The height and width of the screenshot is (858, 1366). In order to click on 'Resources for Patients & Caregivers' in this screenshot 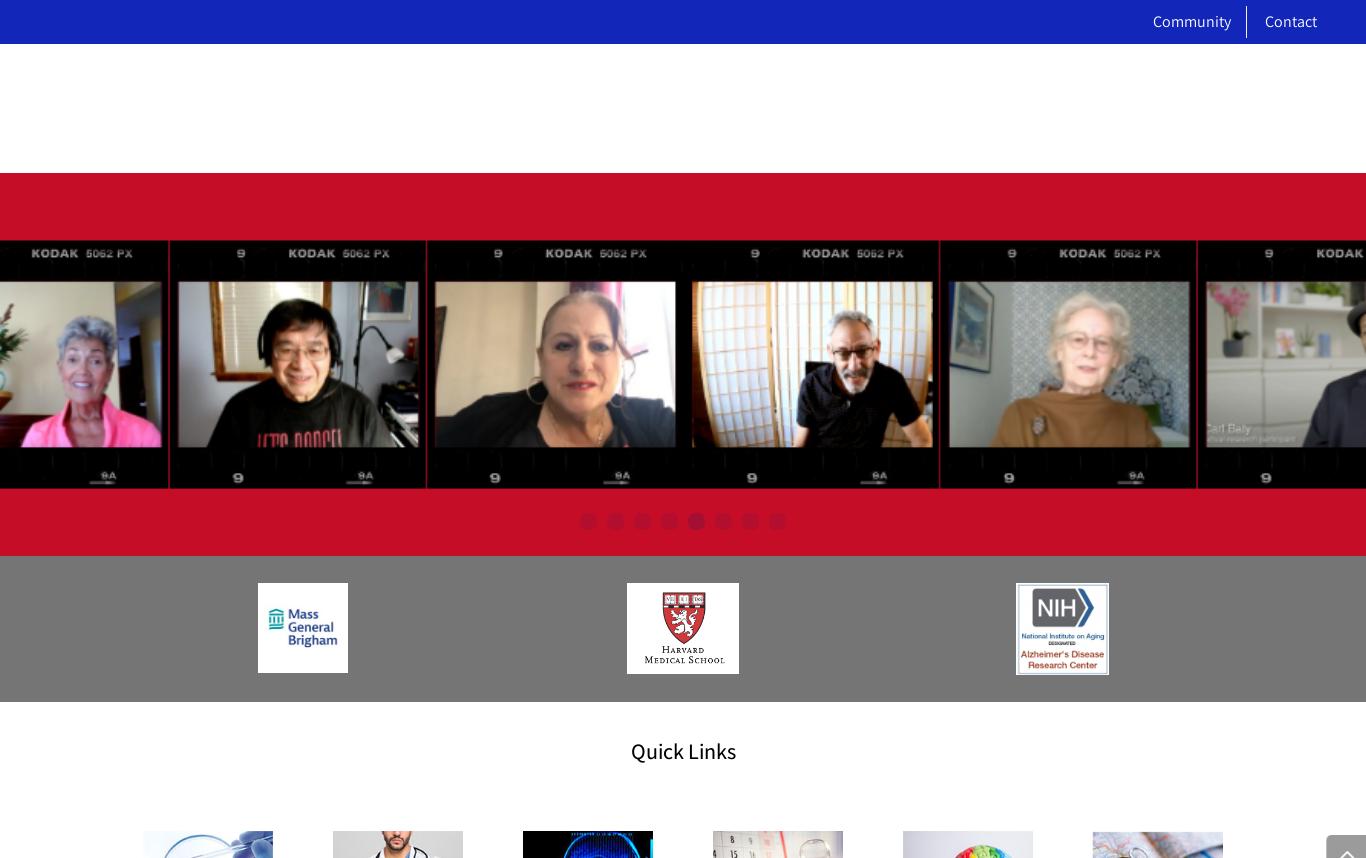, I will do `click(998, 252)`.